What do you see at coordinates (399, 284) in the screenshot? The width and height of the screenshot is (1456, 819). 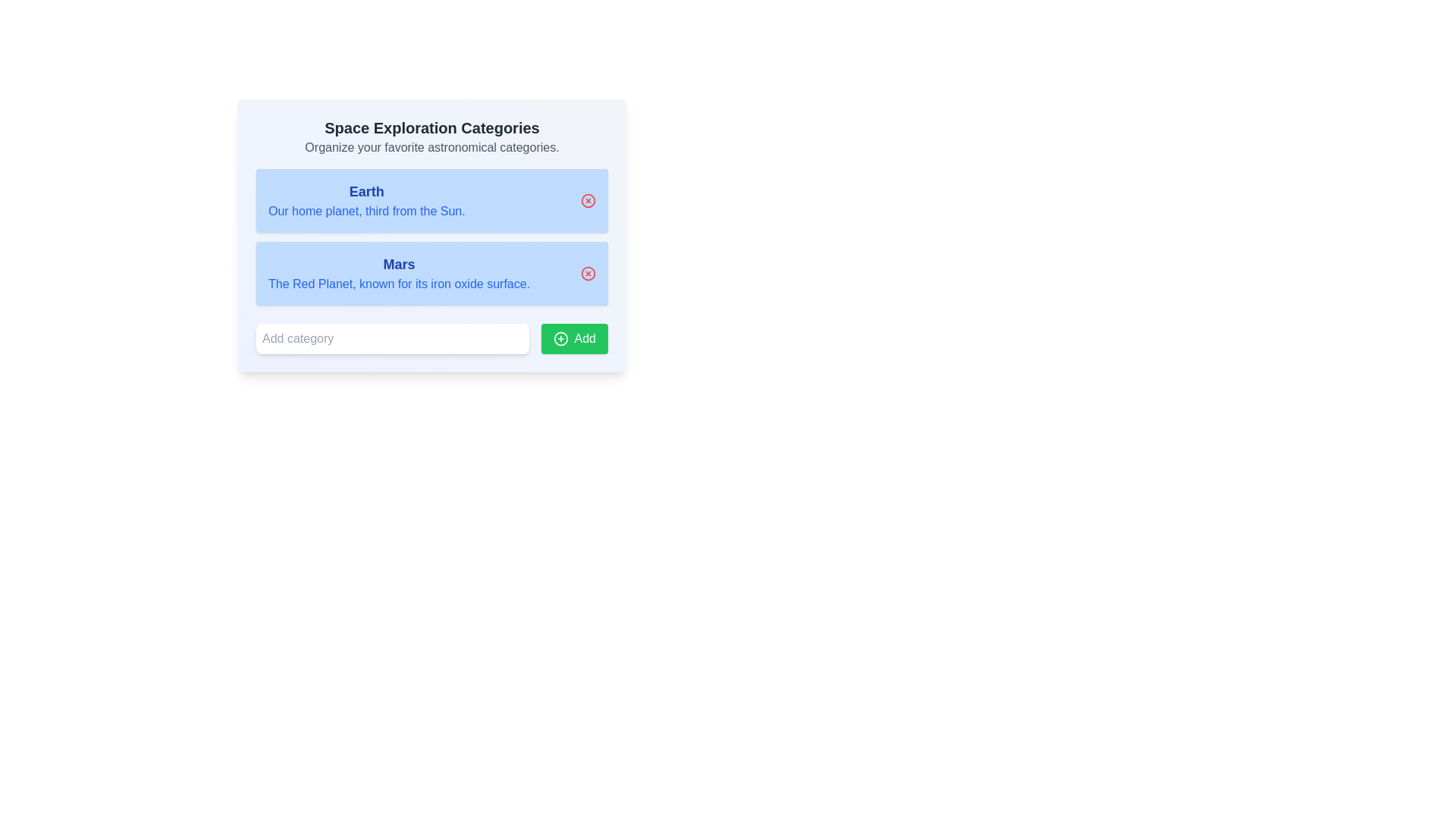 I see `descriptive information displayed by the Text Label indicating Mars' nickname 'The Red Planet' and its iron oxide-rich surface, which is positioned directly below the title 'Mars'` at bounding box center [399, 284].